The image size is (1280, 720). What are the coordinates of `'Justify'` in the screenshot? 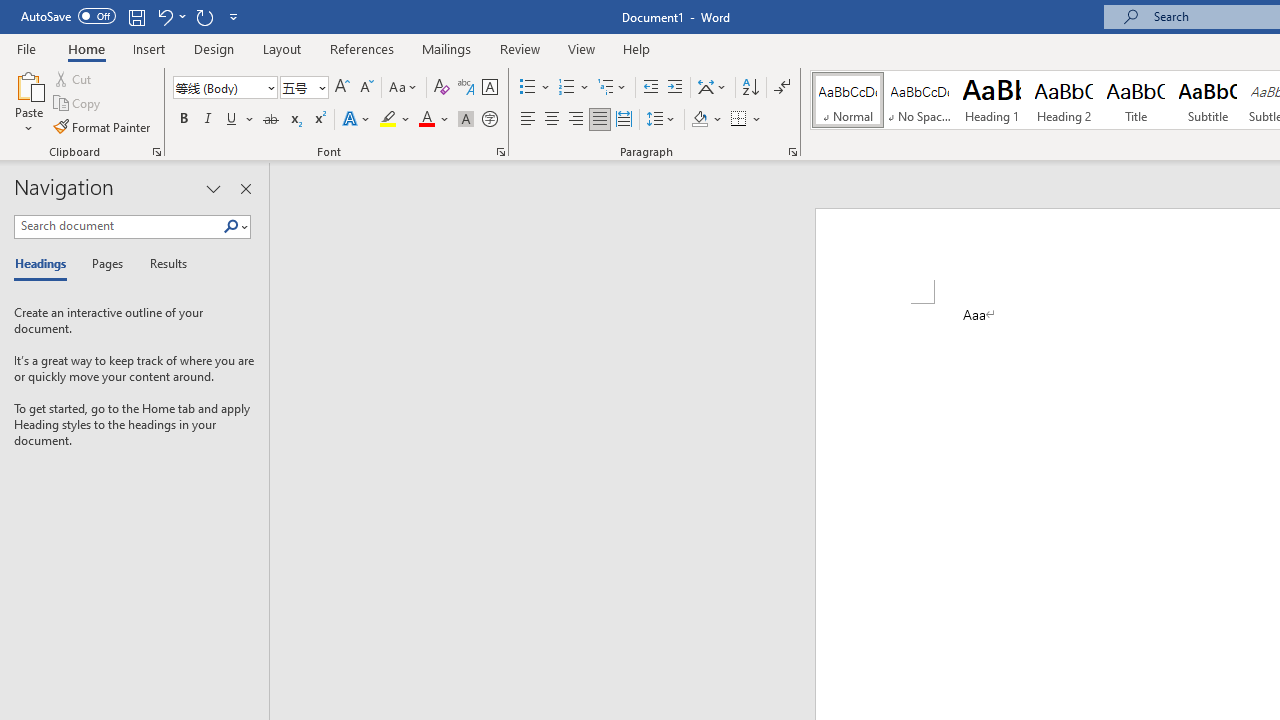 It's located at (598, 119).